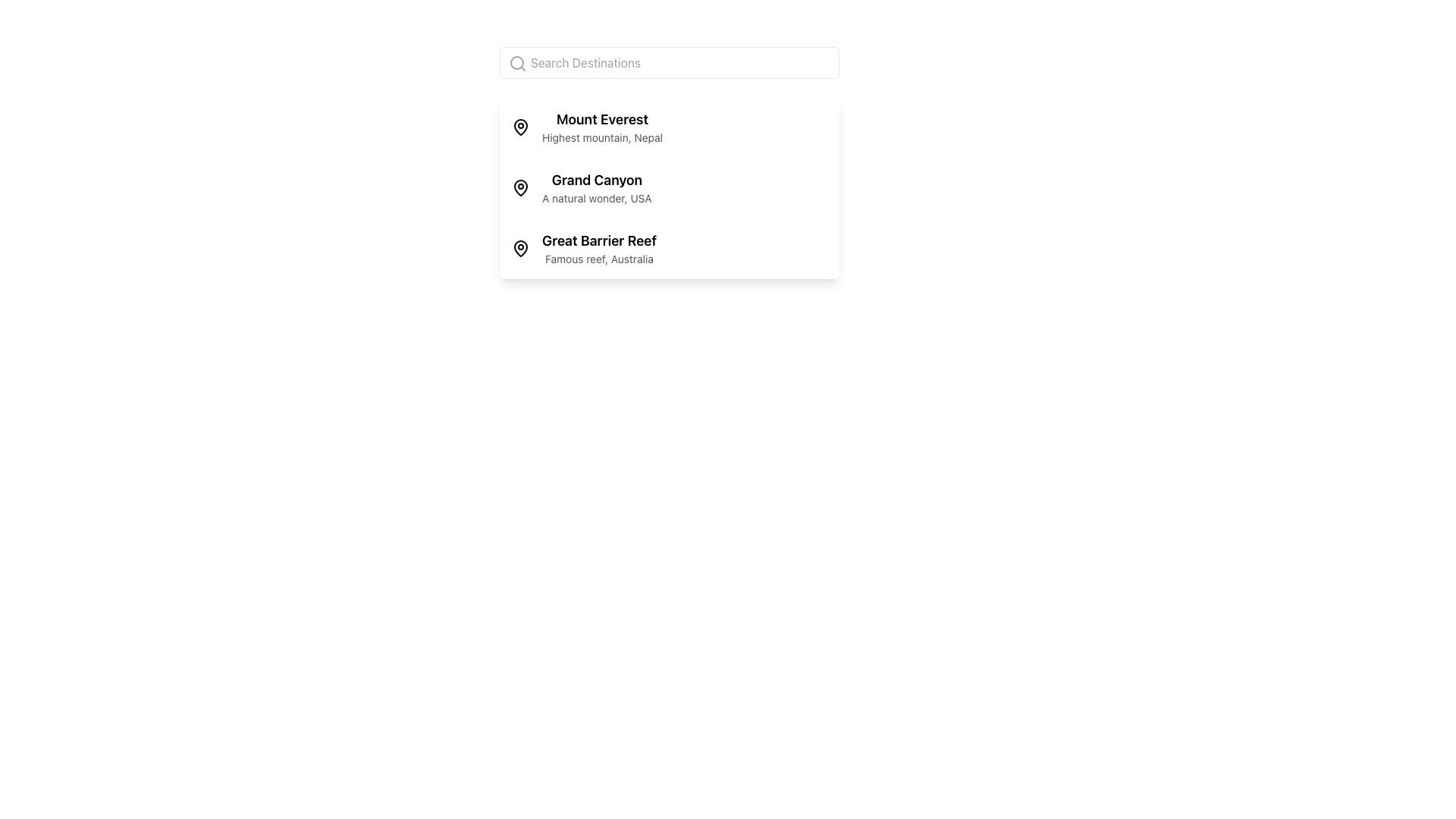 This screenshot has width=1456, height=819. I want to click on the black map pin icon located to the left of the text 'Grand Canyon A natural wonder, USA', which is the leftmost element in the second position of a vertical list of three entries, so click(520, 187).